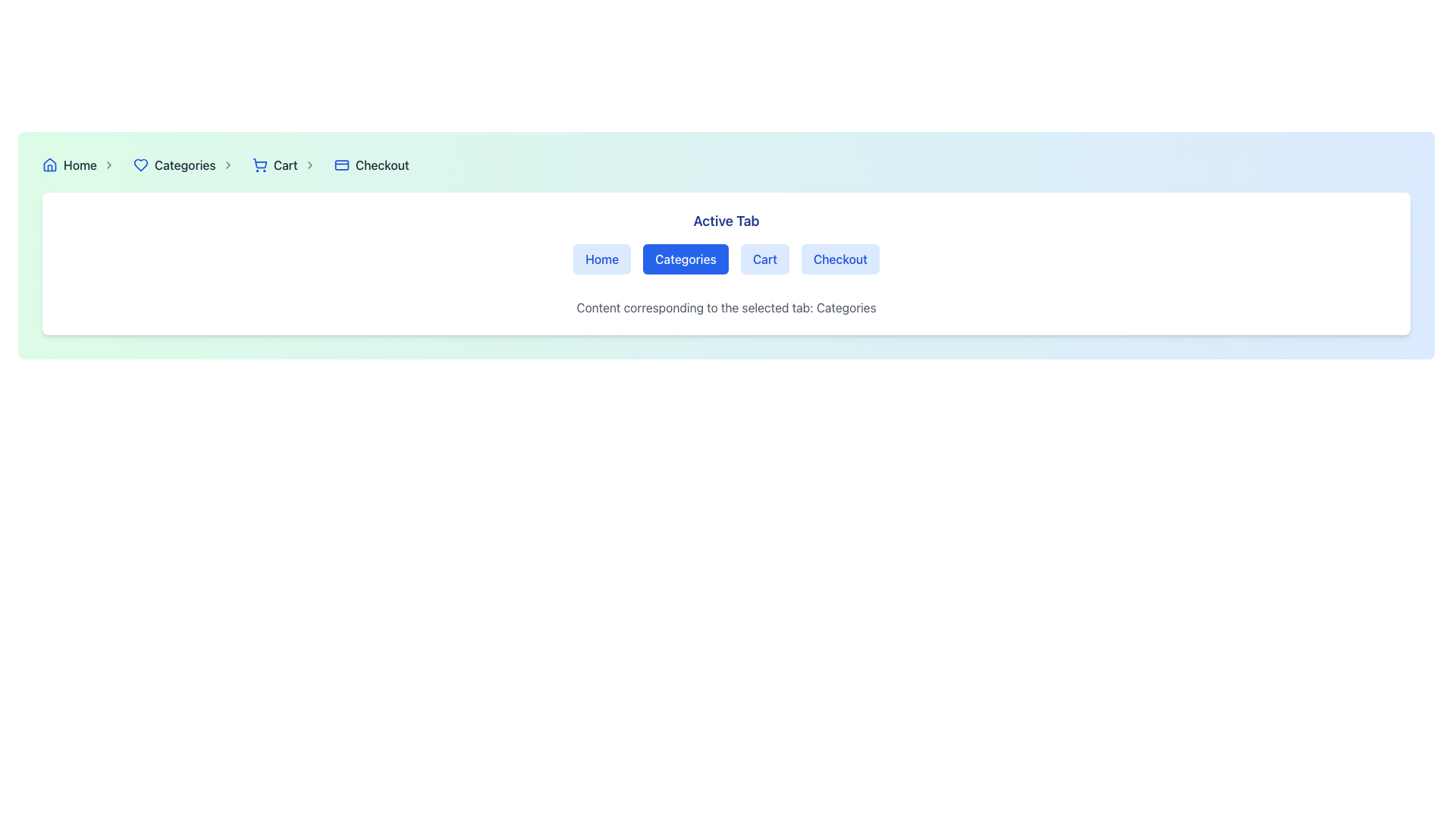  I want to click on the text link located to the right of the house icon in the navigation bar, so click(79, 165).